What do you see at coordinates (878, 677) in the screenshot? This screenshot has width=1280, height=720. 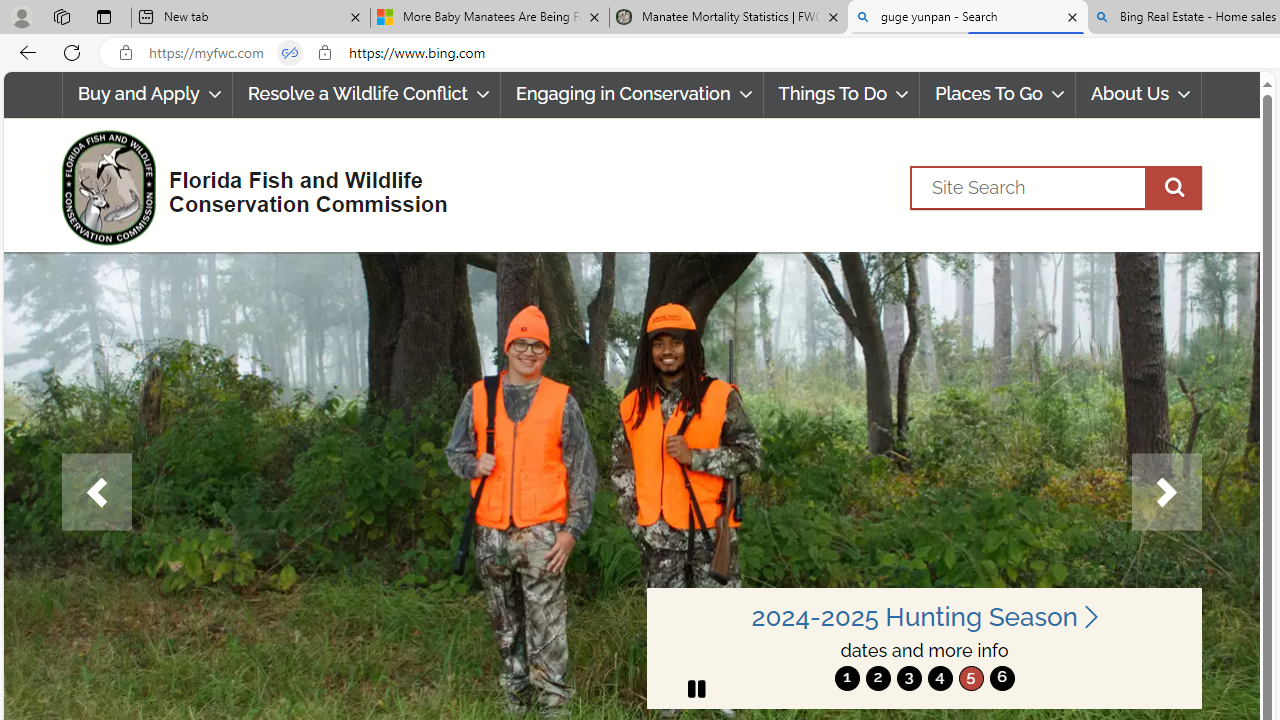 I see `'move to slide 2'` at bounding box center [878, 677].